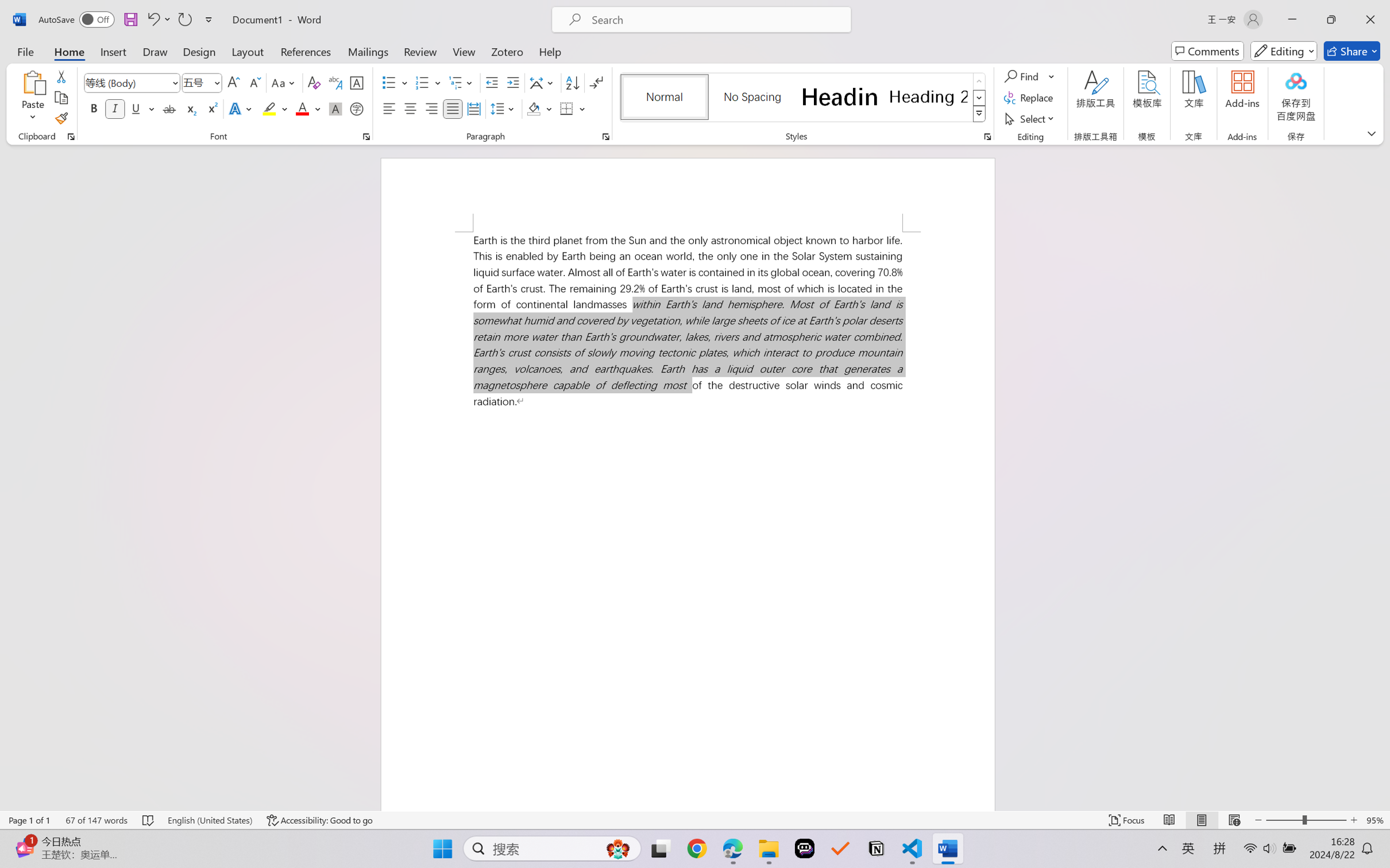  What do you see at coordinates (160, 29) in the screenshot?
I see `'Transitions'` at bounding box center [160, 29].